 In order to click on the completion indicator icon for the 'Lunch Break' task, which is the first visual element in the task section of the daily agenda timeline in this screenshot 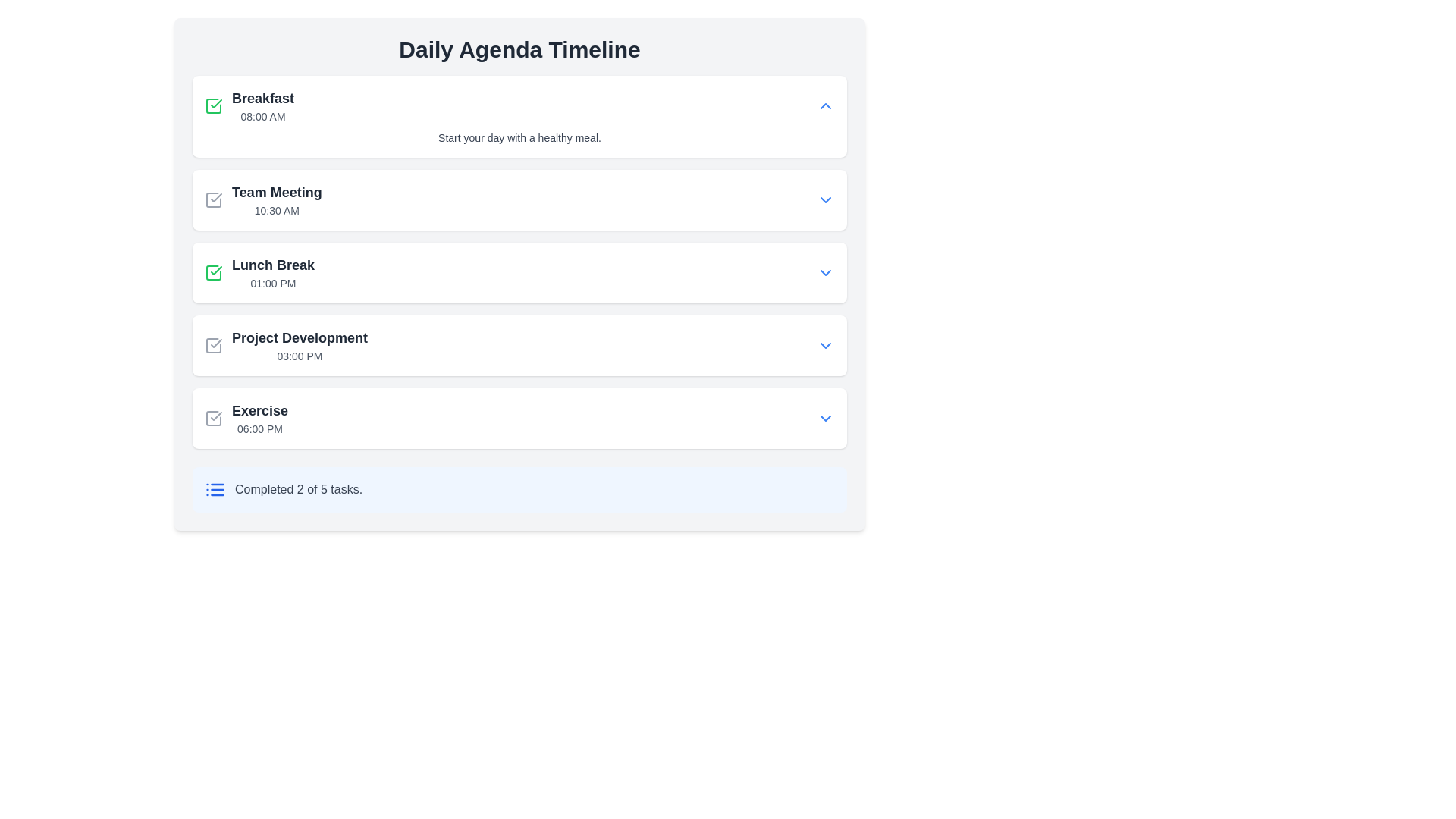, I will do `click(213, 271)`.